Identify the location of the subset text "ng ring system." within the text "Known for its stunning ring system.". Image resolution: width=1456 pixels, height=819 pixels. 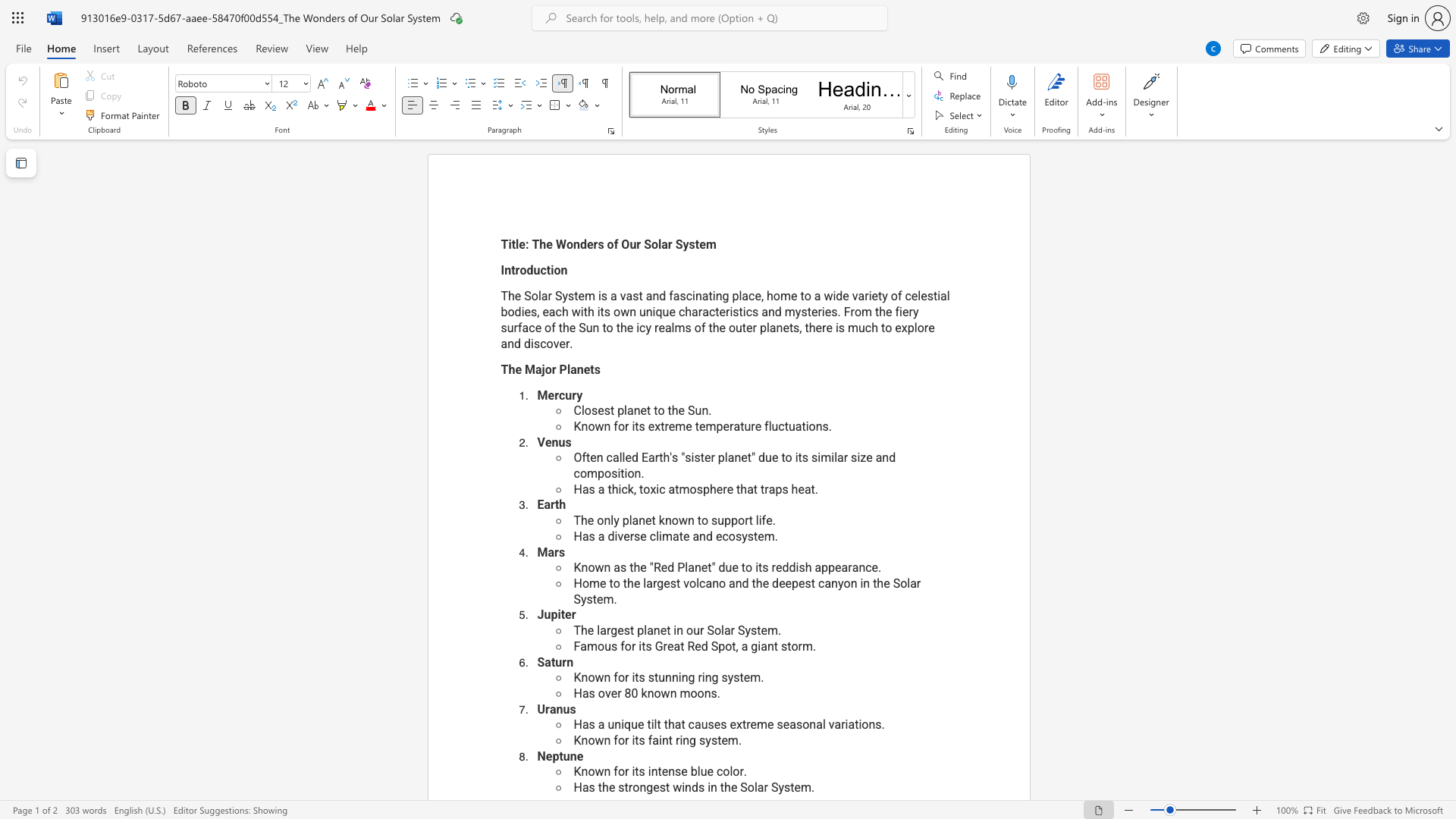
(680, 676).